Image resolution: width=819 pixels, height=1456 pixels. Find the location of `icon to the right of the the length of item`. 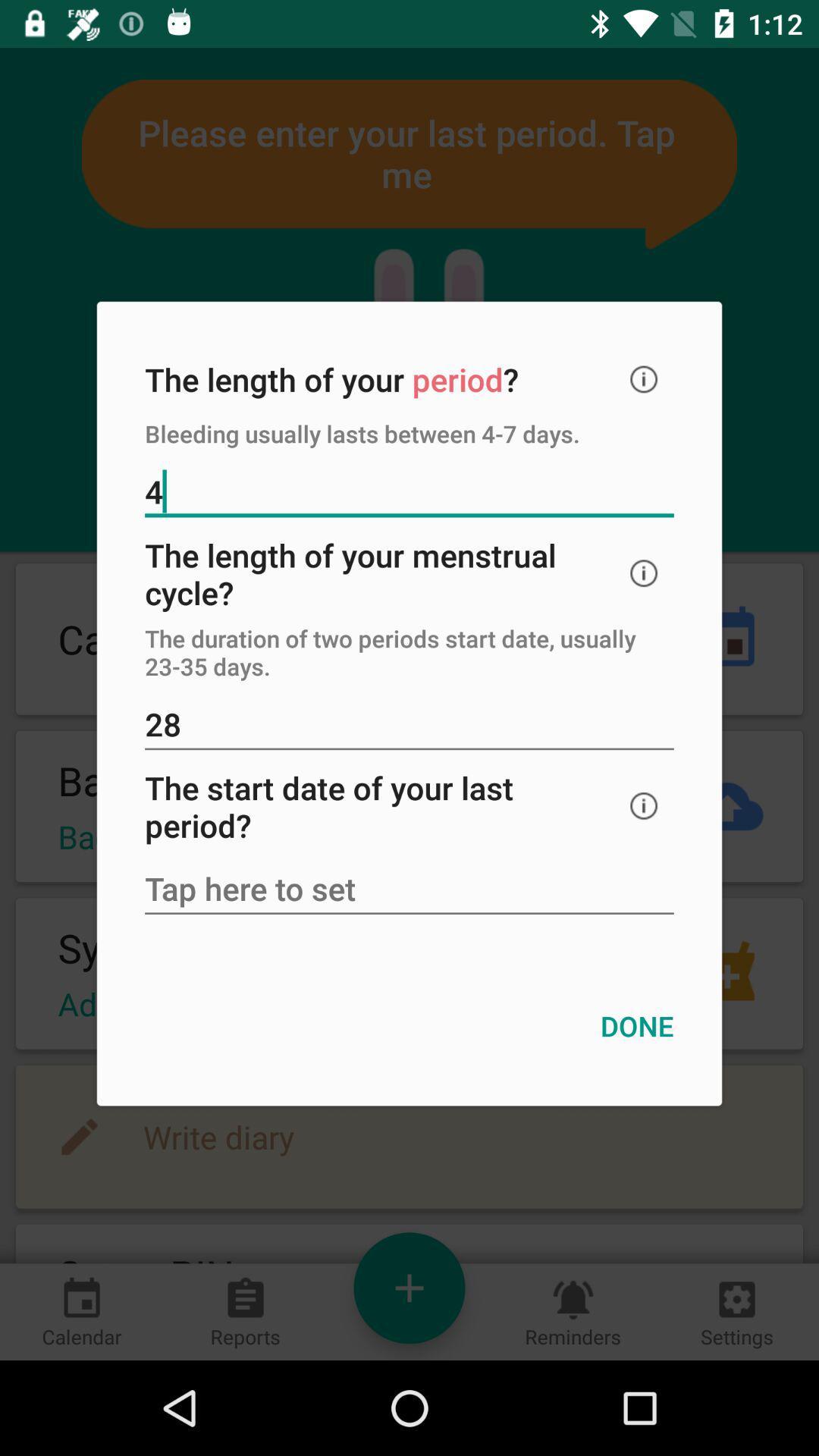

icon to the right of the the length of item is located at coordinates (644, 379).